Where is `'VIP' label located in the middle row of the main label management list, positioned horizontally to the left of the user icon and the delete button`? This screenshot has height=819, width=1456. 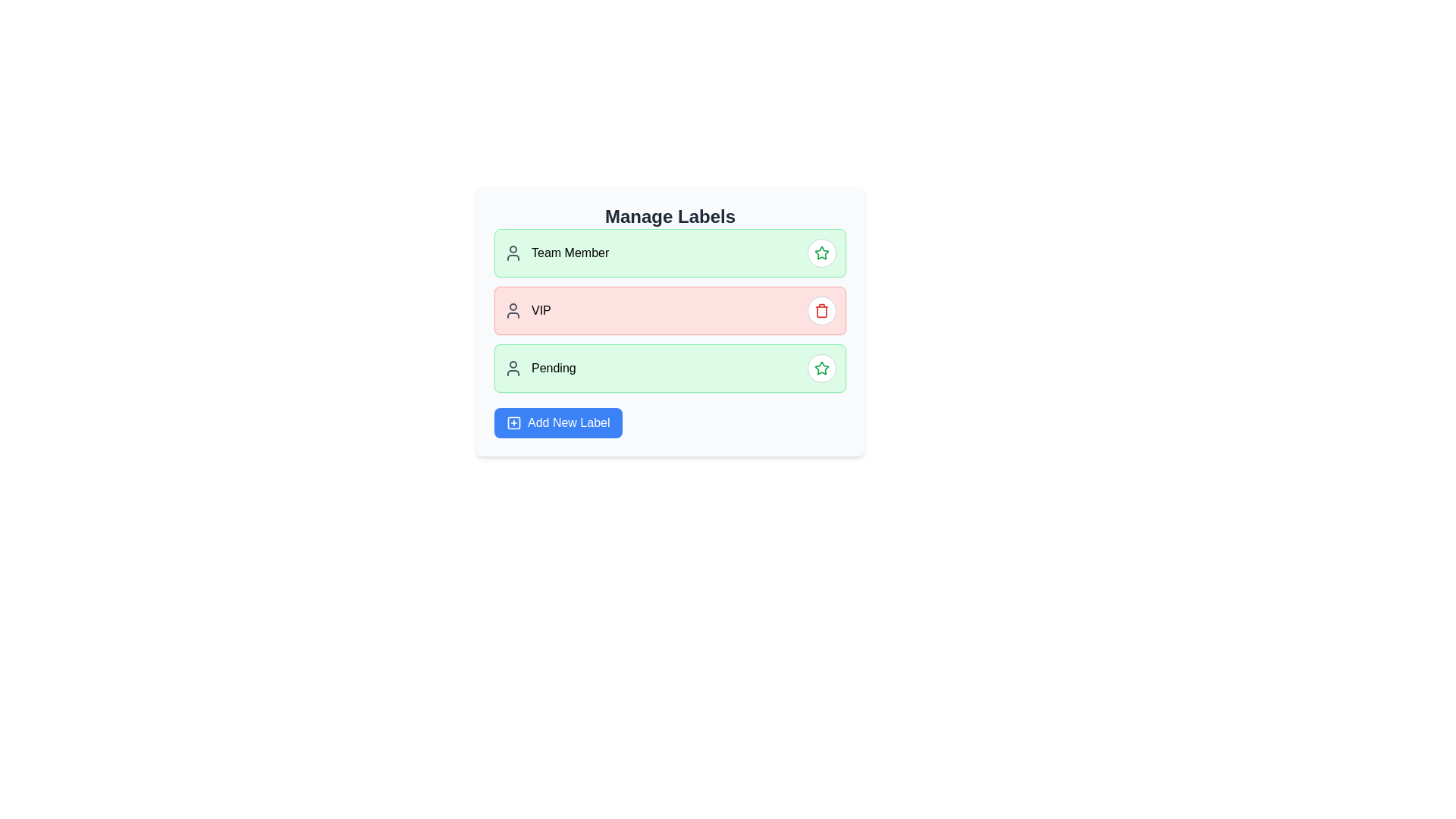 'VIP' label located in the middle row of the main label management list, positioned horizontally to the left of the user icon and the delete button is located at coordinates (527, 309).